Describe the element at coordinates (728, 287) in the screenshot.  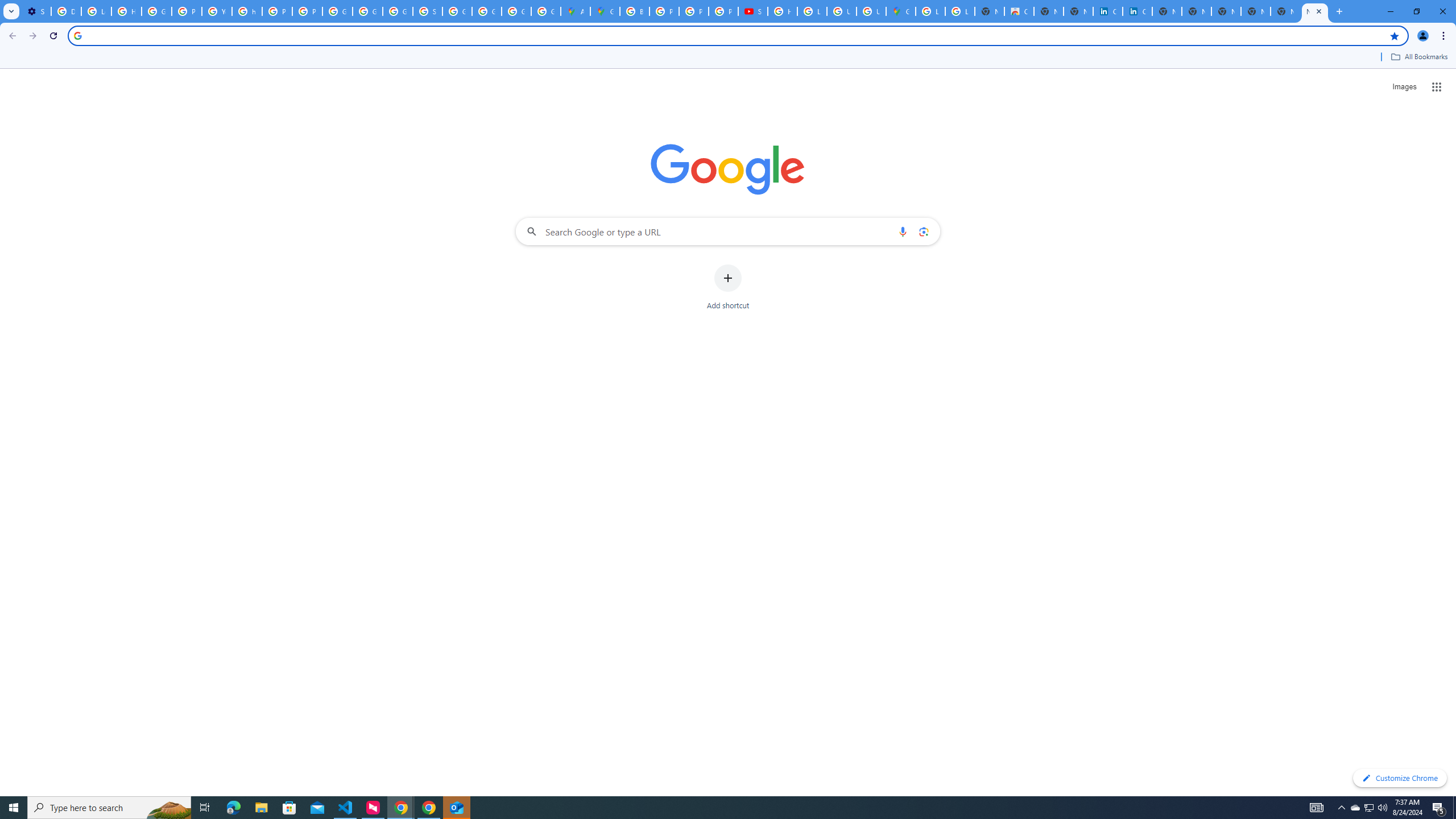
I see `'Add shortcut'` at that location.